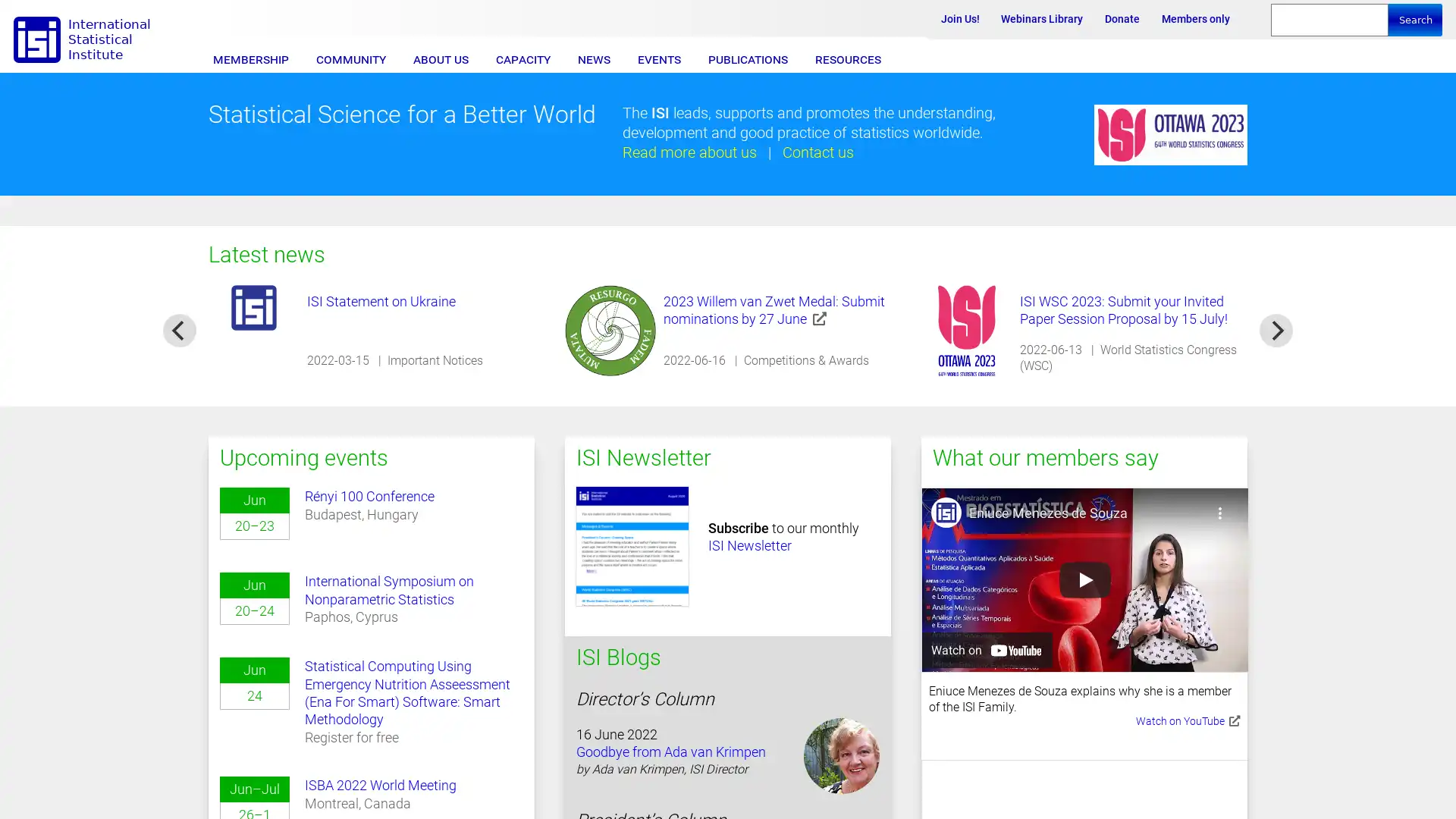 This screenshot has width=1456, height=819. Describe the element at coordinates (1414, 20) in the screenshot. I see `Search` at that location.